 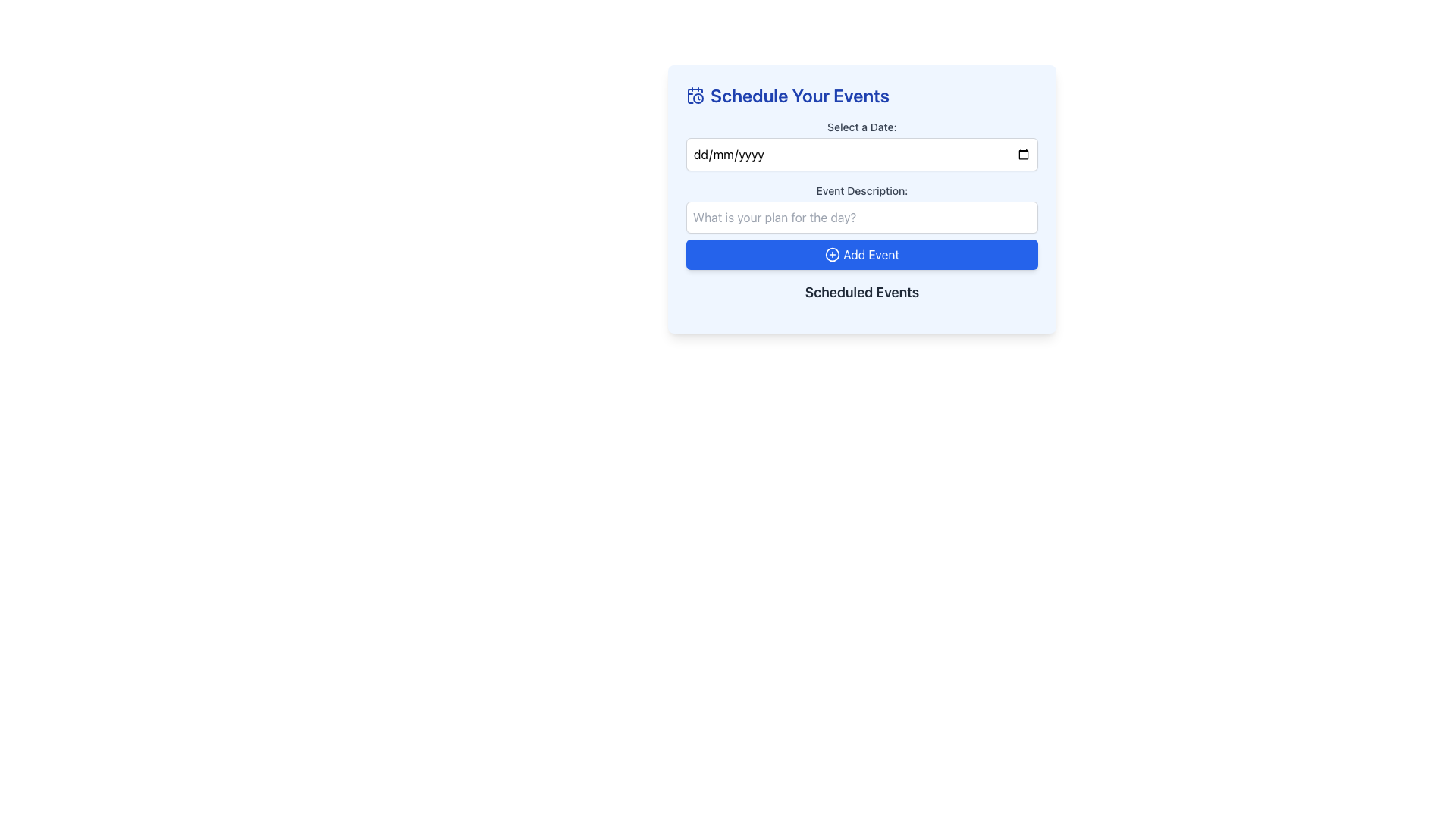 What do you see at coordinates (694, 96) in the screenshot?
I see `the blue calendar and clock icon located to the left of the 'Schedule Your Events' heading` at bounding box center [694, 96].